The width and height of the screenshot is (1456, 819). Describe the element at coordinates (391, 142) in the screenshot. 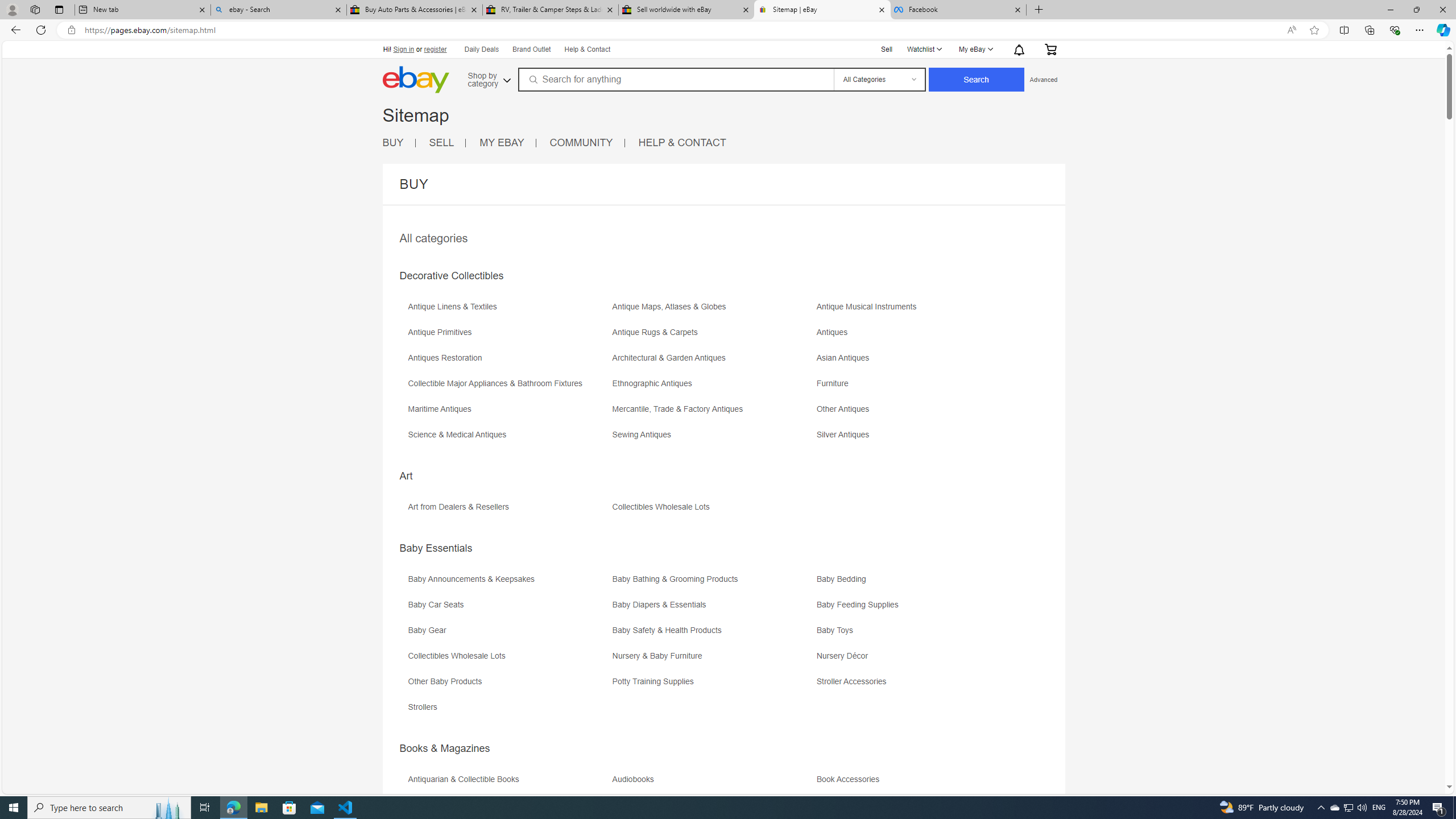

I see `'BUY'` at that location.